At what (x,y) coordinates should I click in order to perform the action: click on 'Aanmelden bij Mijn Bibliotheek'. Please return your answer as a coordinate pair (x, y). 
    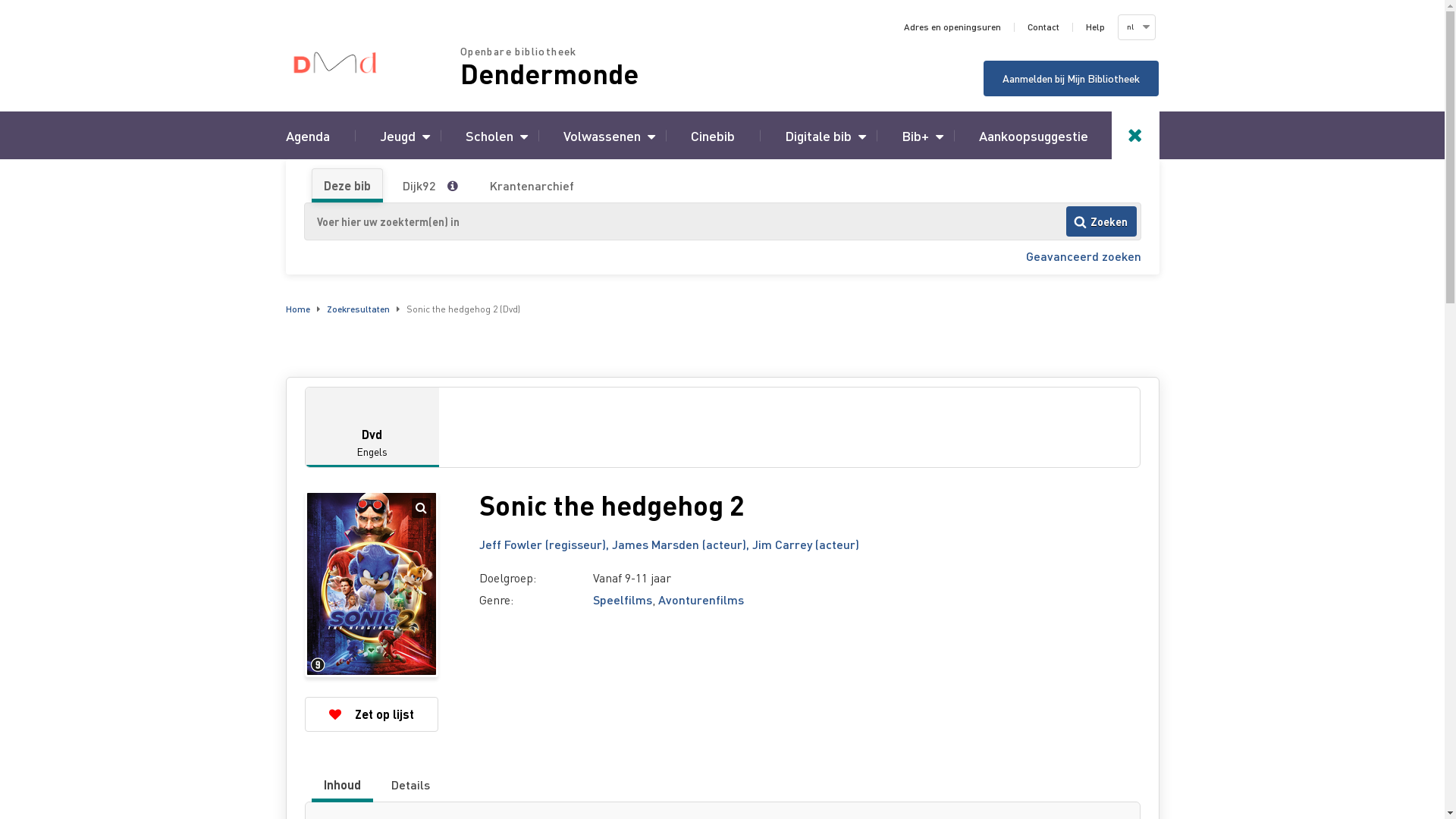
    Looking at the image, I should click on (1070, 78).